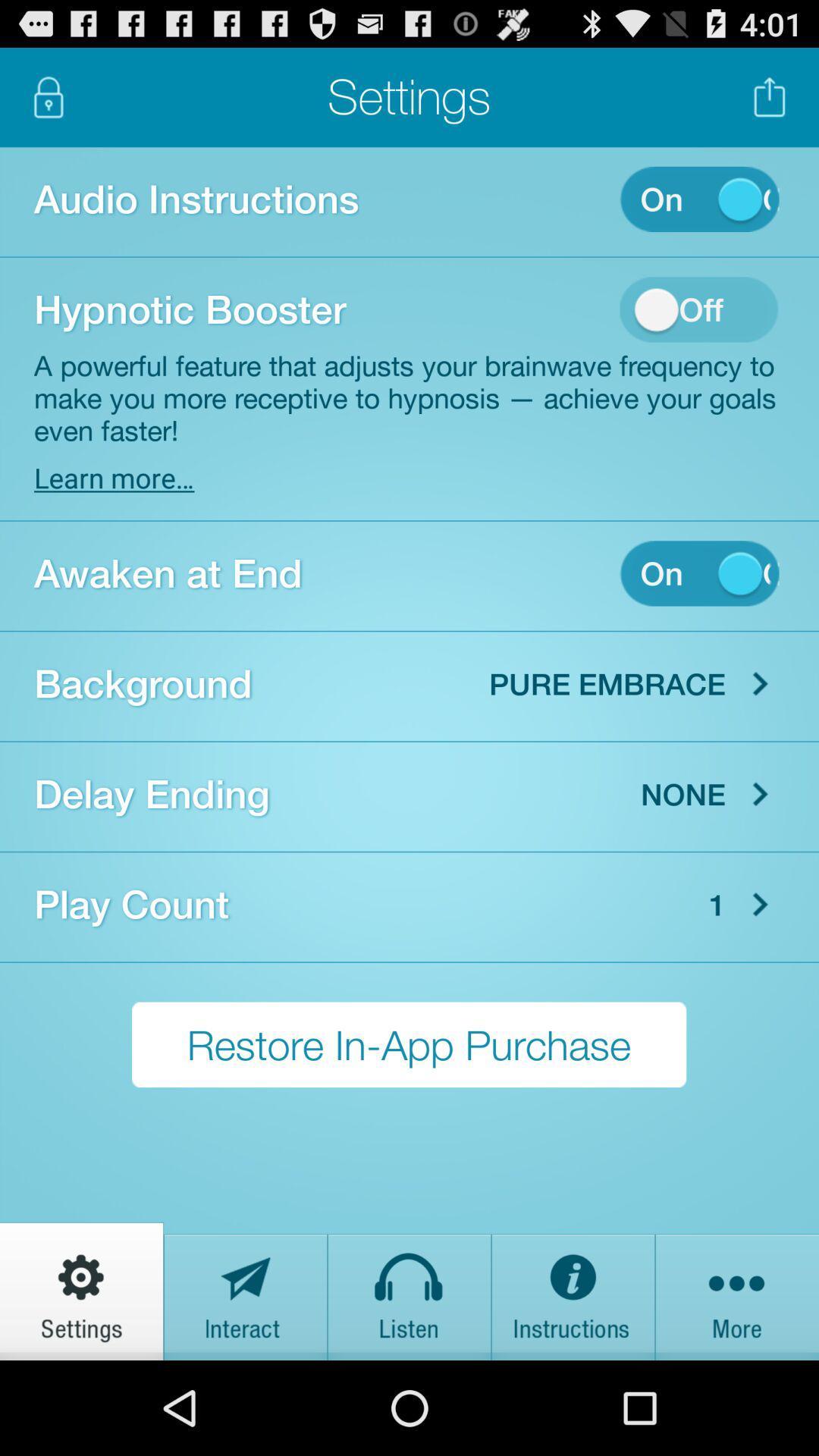 This screenshot has width=819, height=1456. I want to click on the settings icon, so click(82, 1381).